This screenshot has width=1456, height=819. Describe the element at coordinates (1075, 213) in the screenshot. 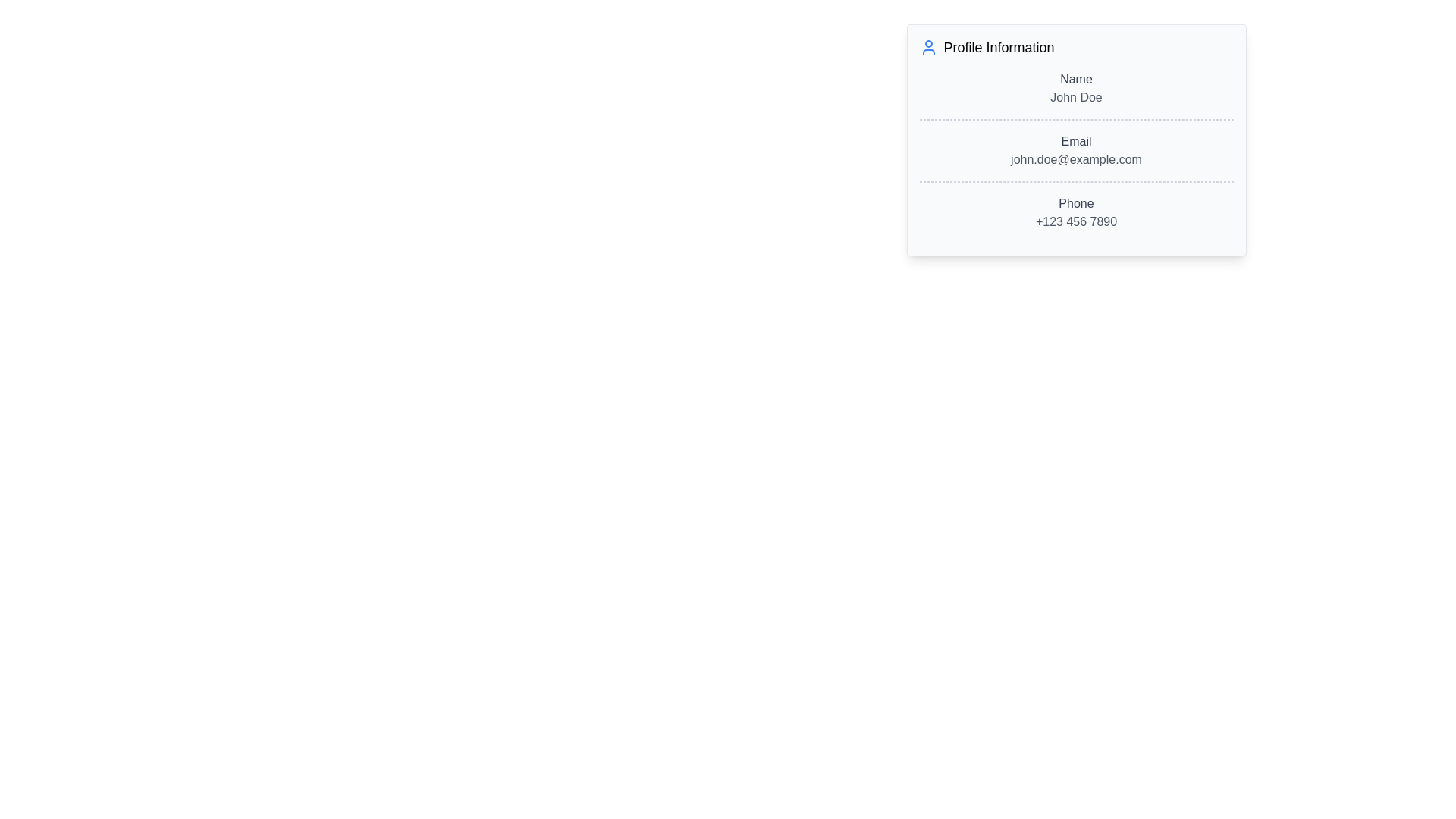

I see `the phone number displayed in the 'Profile Information' section, specifically the last entry below 'Name' and 'Email'` at that location.